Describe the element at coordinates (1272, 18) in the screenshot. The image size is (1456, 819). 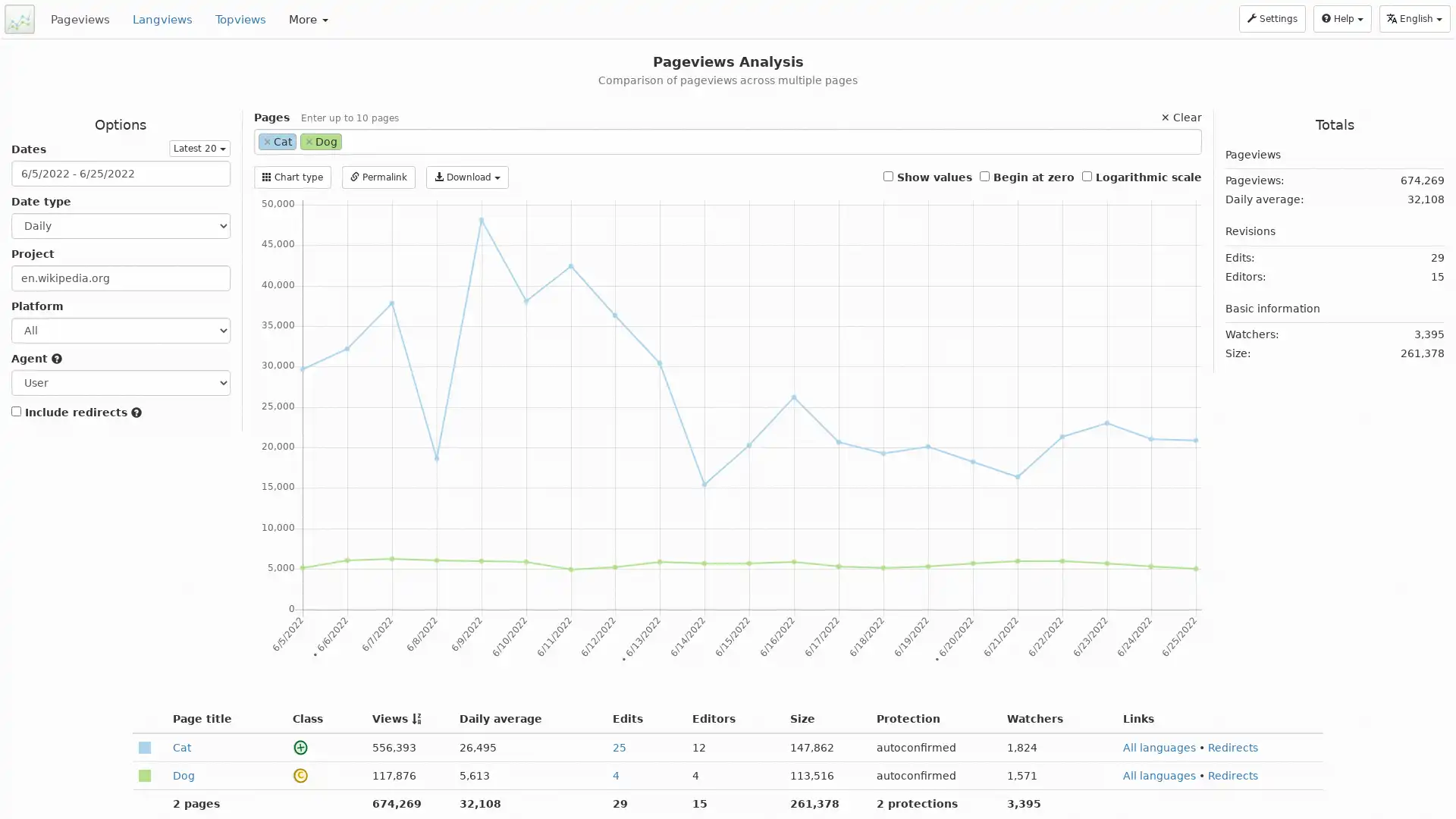
I see `Settings` at that location.